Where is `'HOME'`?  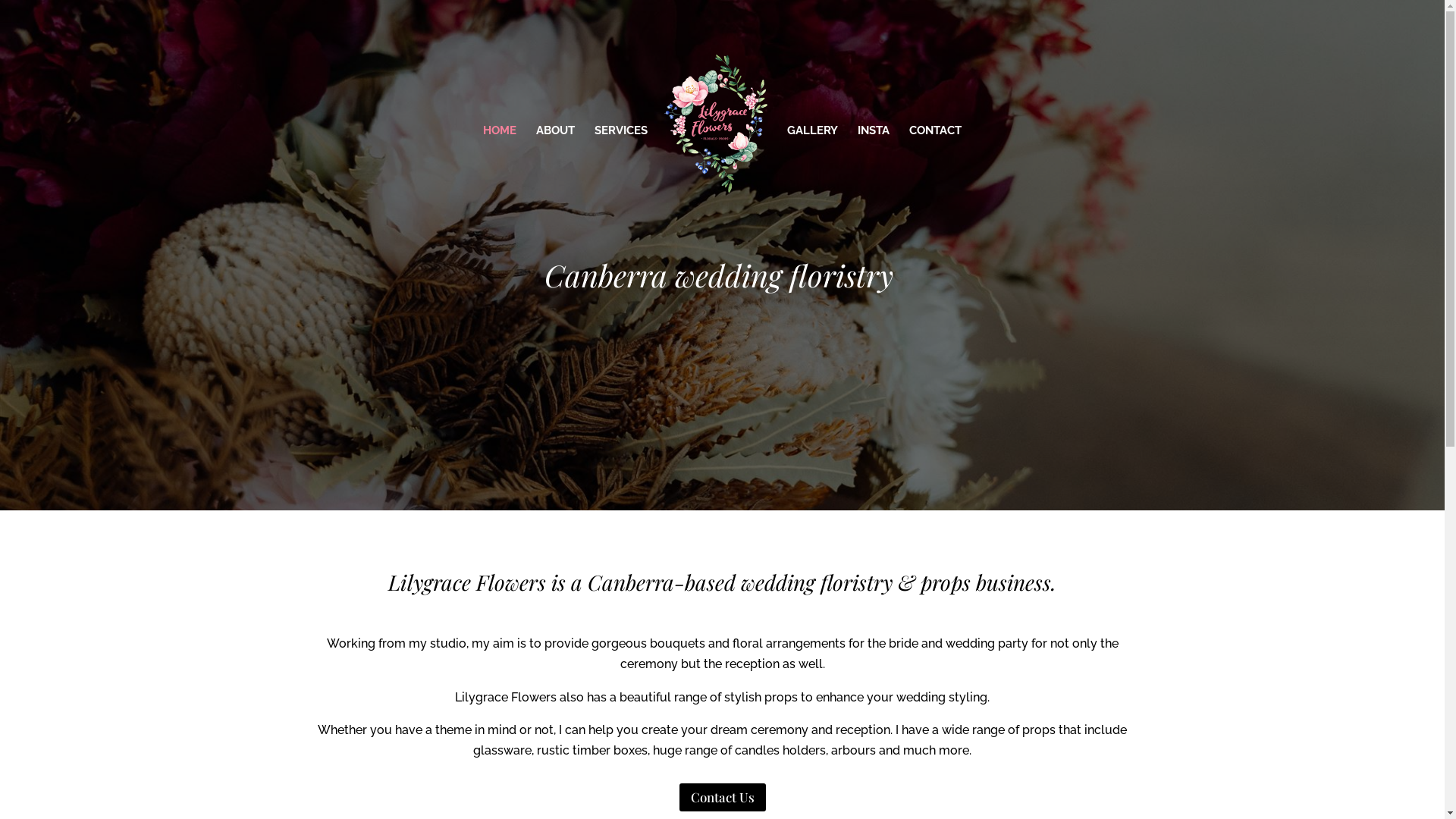 'HOME' is located at coordinates (482, 170).